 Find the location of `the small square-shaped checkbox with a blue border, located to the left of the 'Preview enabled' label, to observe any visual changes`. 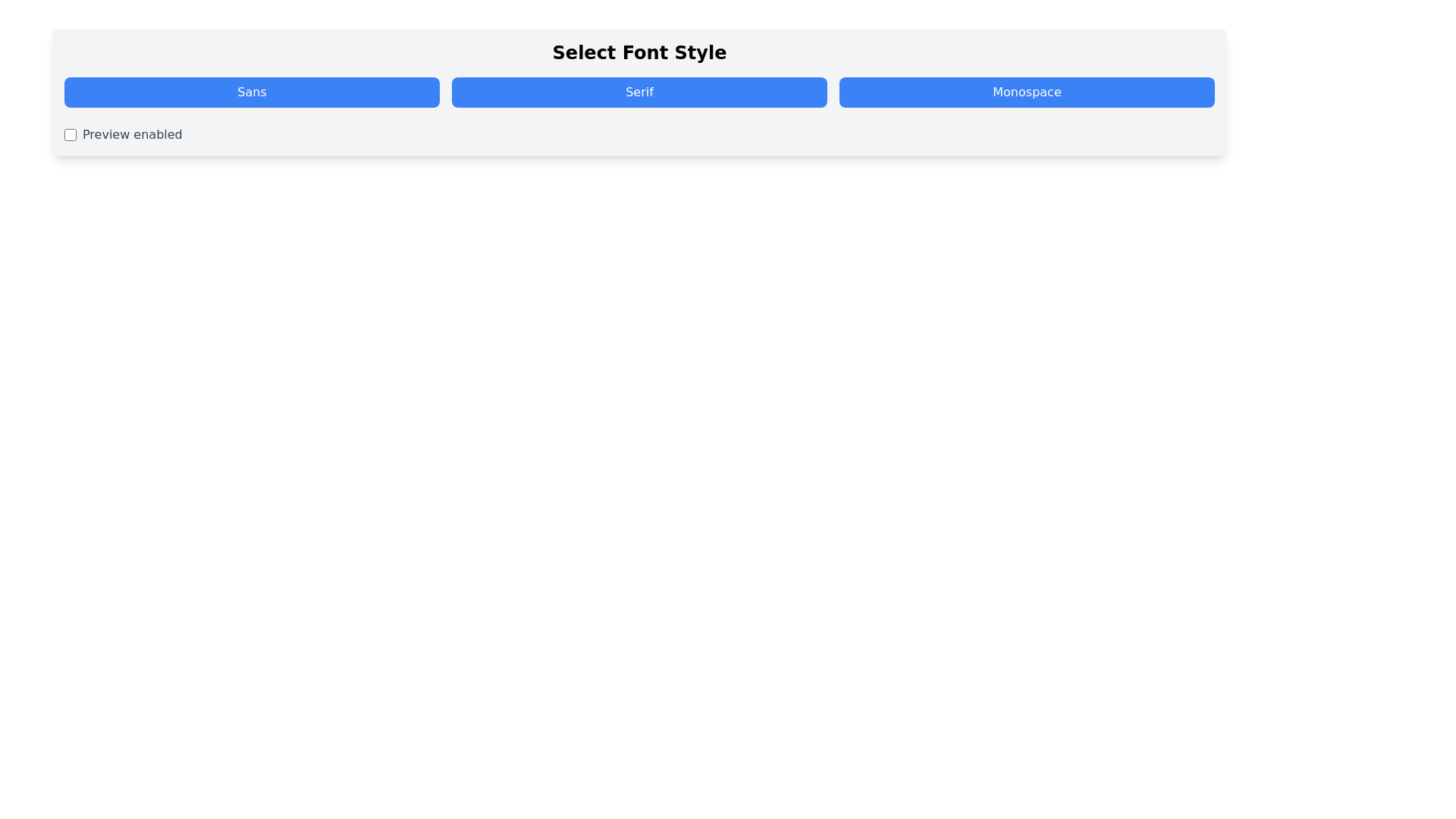

the small square-shaped checkbox with a blue border, located to the left of the 'Preview enabled' label, to observe any visual changes is located at coordinates (69, 133).